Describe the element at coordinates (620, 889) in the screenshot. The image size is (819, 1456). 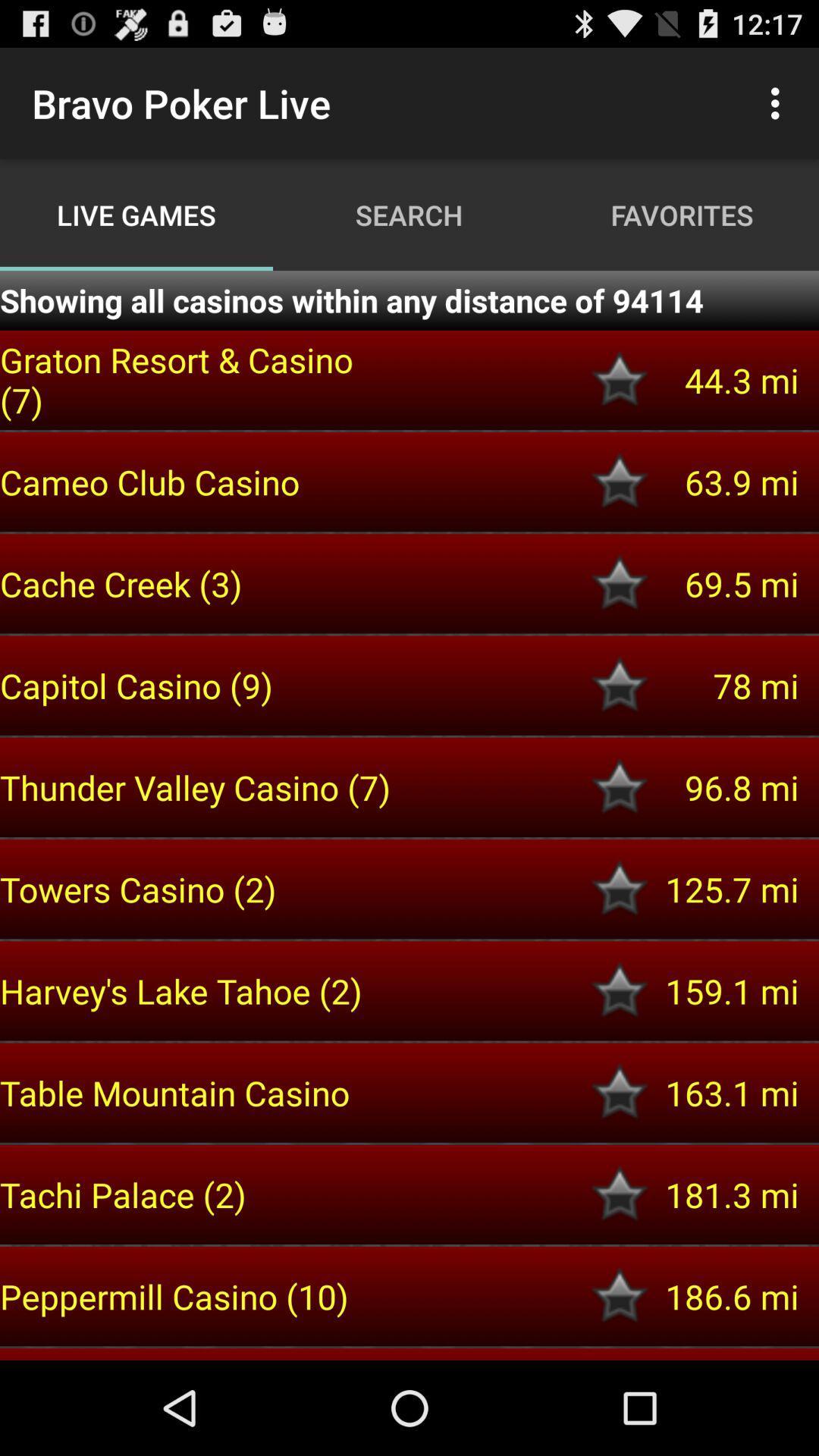
I see `like button` at that location.